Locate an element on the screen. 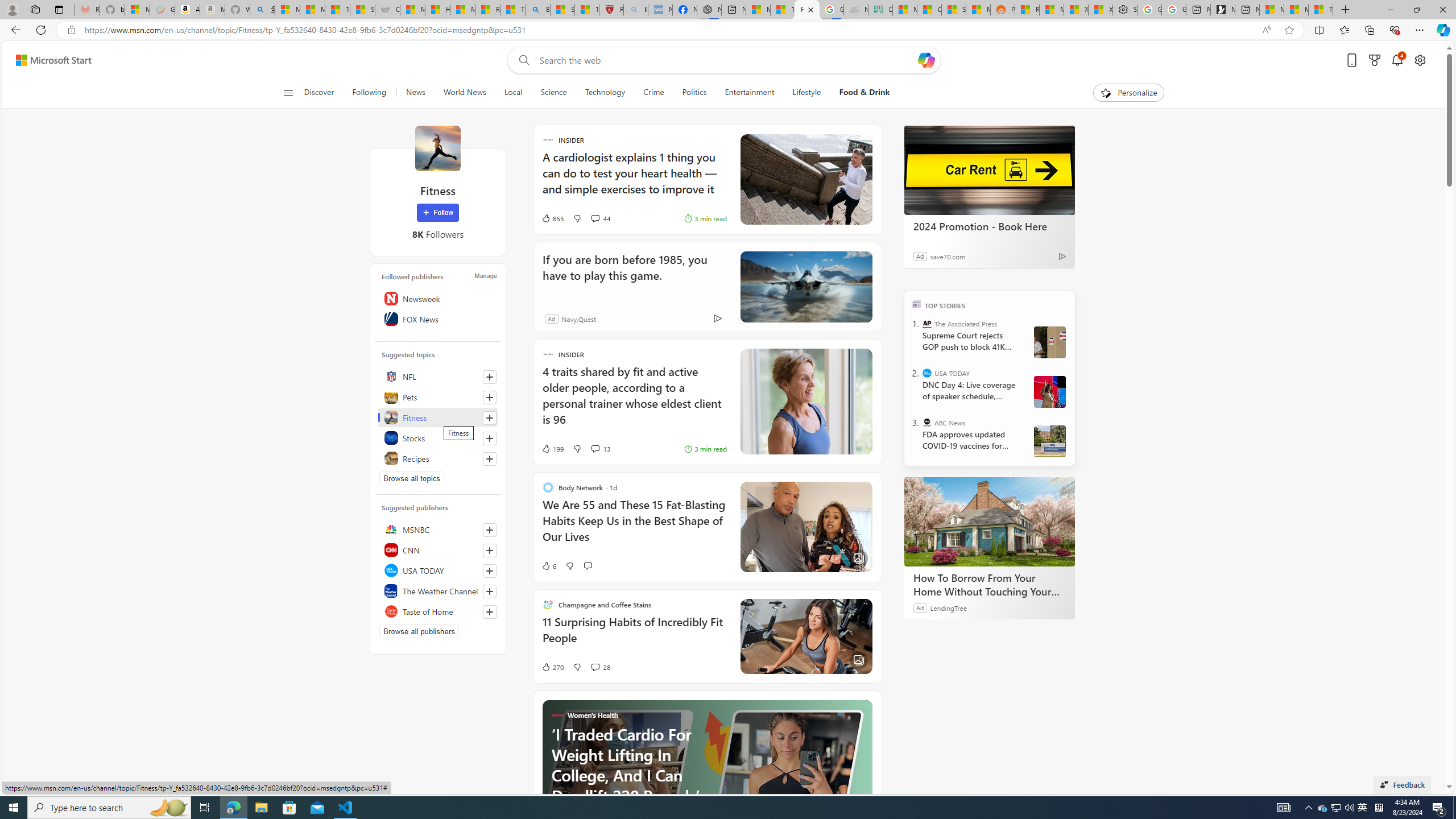 The image size is (1456, 819). 'World News' is located at coordinates (464, 92).